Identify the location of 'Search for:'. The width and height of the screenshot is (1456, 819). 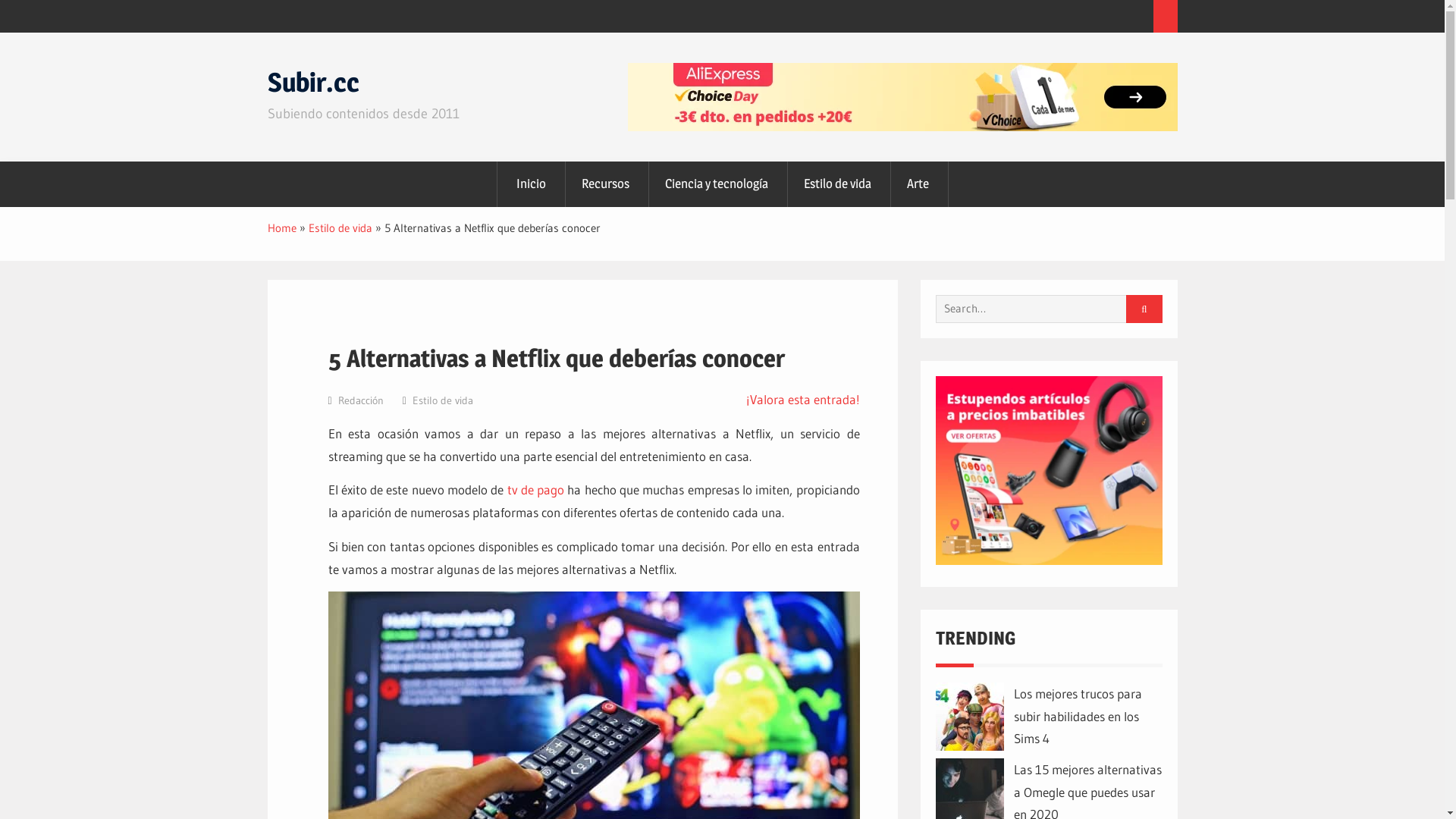
(1043, 308).